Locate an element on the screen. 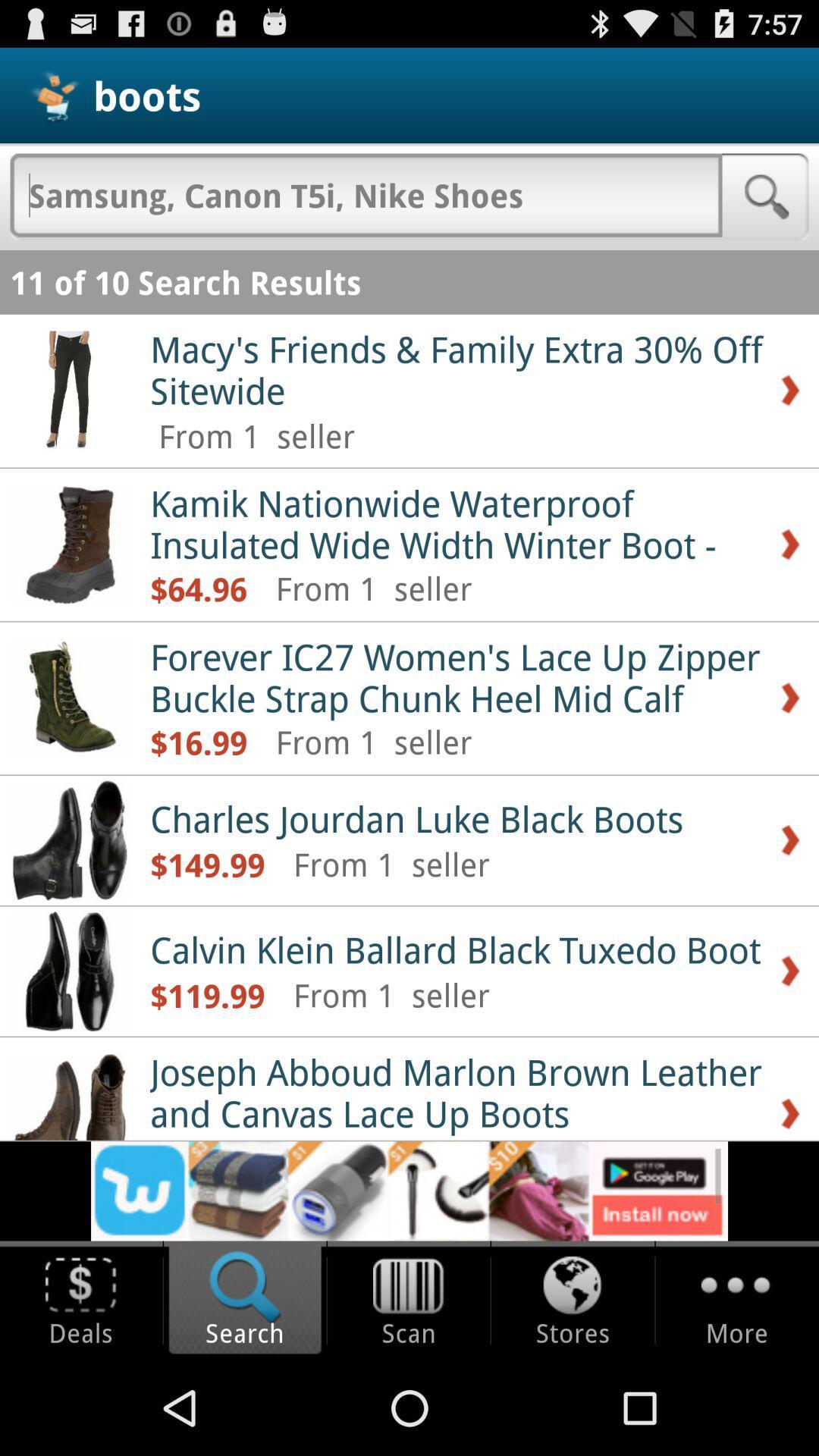 The image size is (819, 1456). the stores icon is located at coordinates (573, 1286).